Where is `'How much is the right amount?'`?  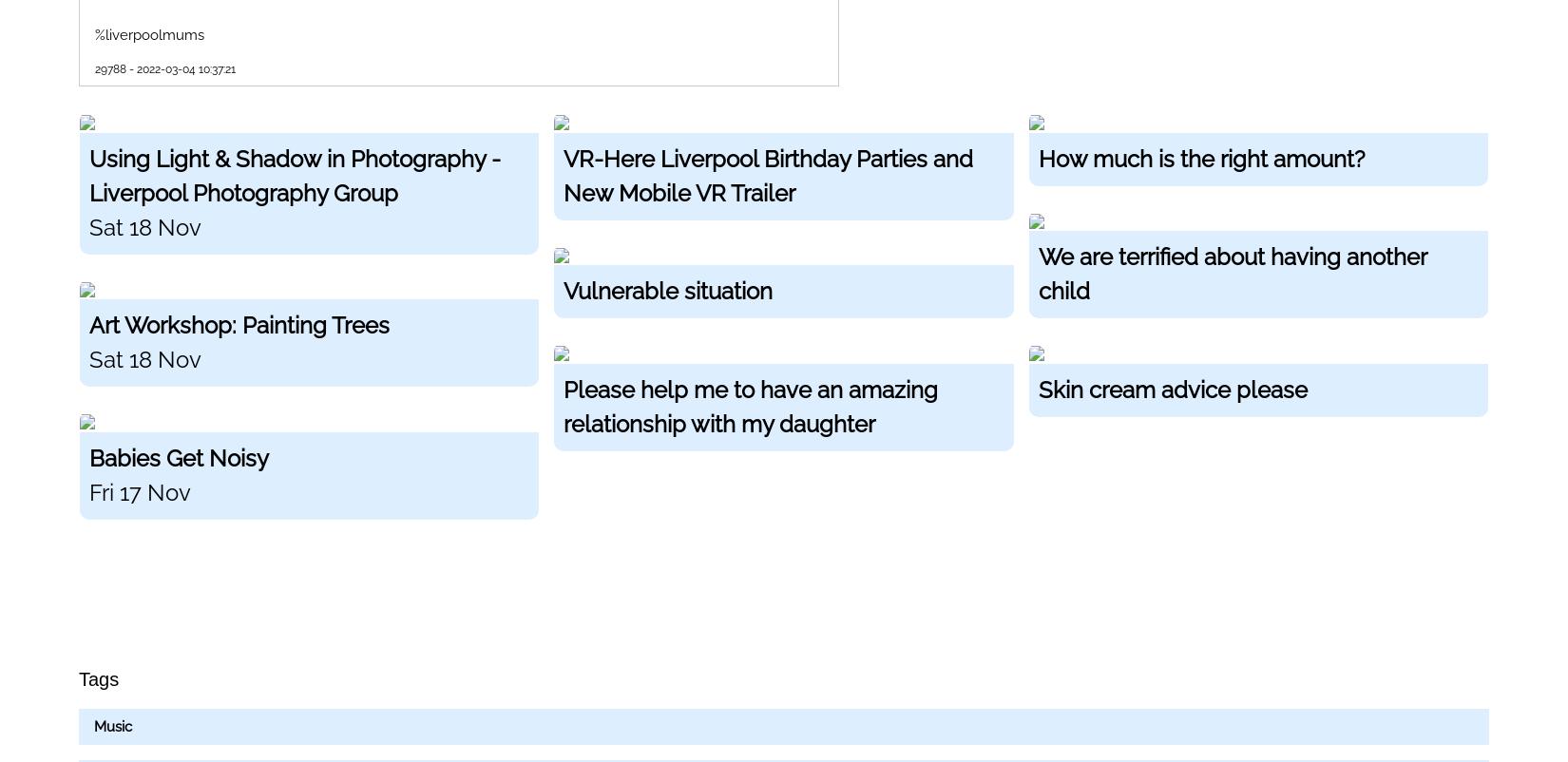 'How much is the right amount?' is located at coordinates (1037, 158).